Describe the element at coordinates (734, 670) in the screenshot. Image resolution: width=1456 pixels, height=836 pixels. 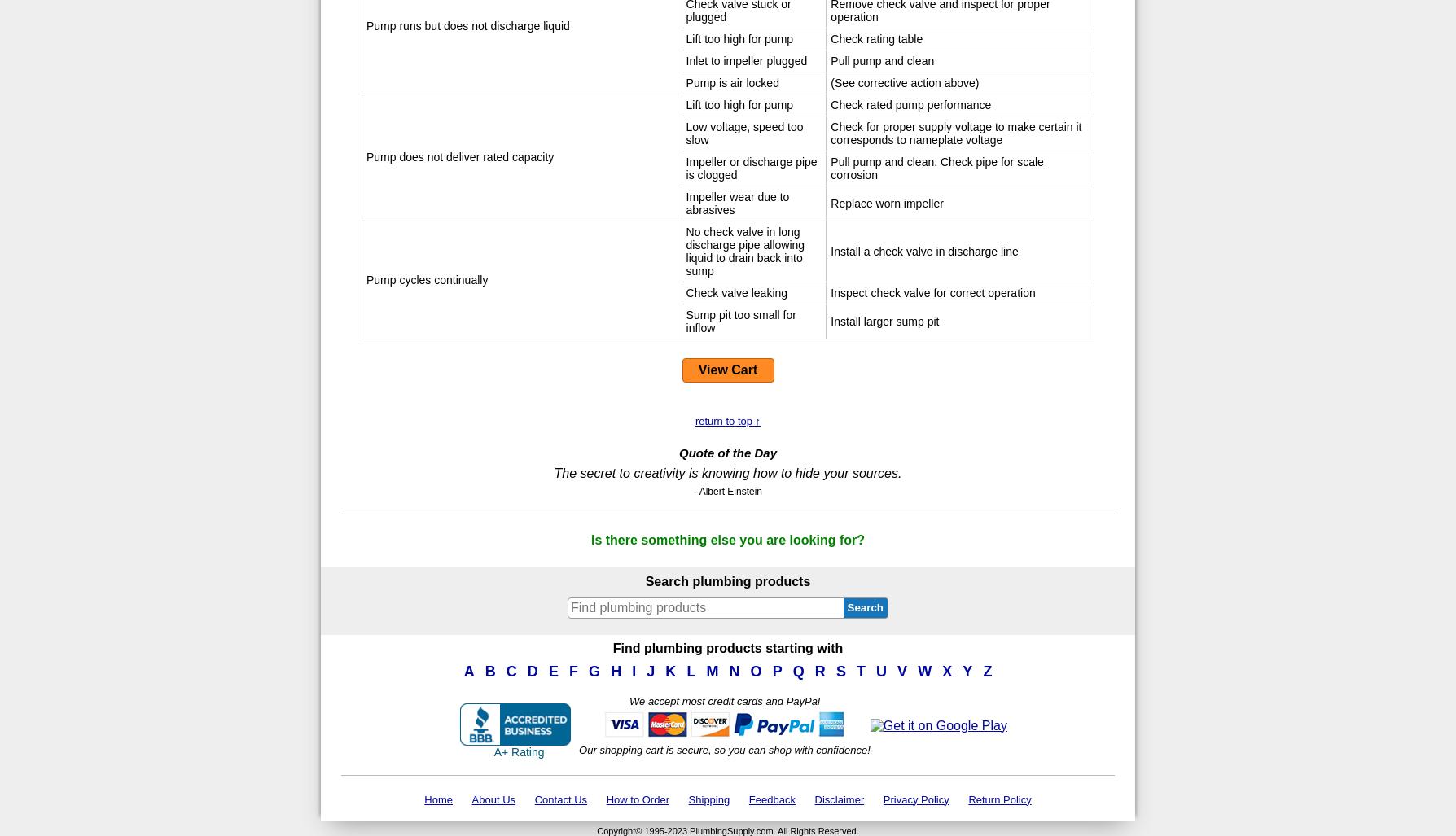
I see `'N'` at that location.